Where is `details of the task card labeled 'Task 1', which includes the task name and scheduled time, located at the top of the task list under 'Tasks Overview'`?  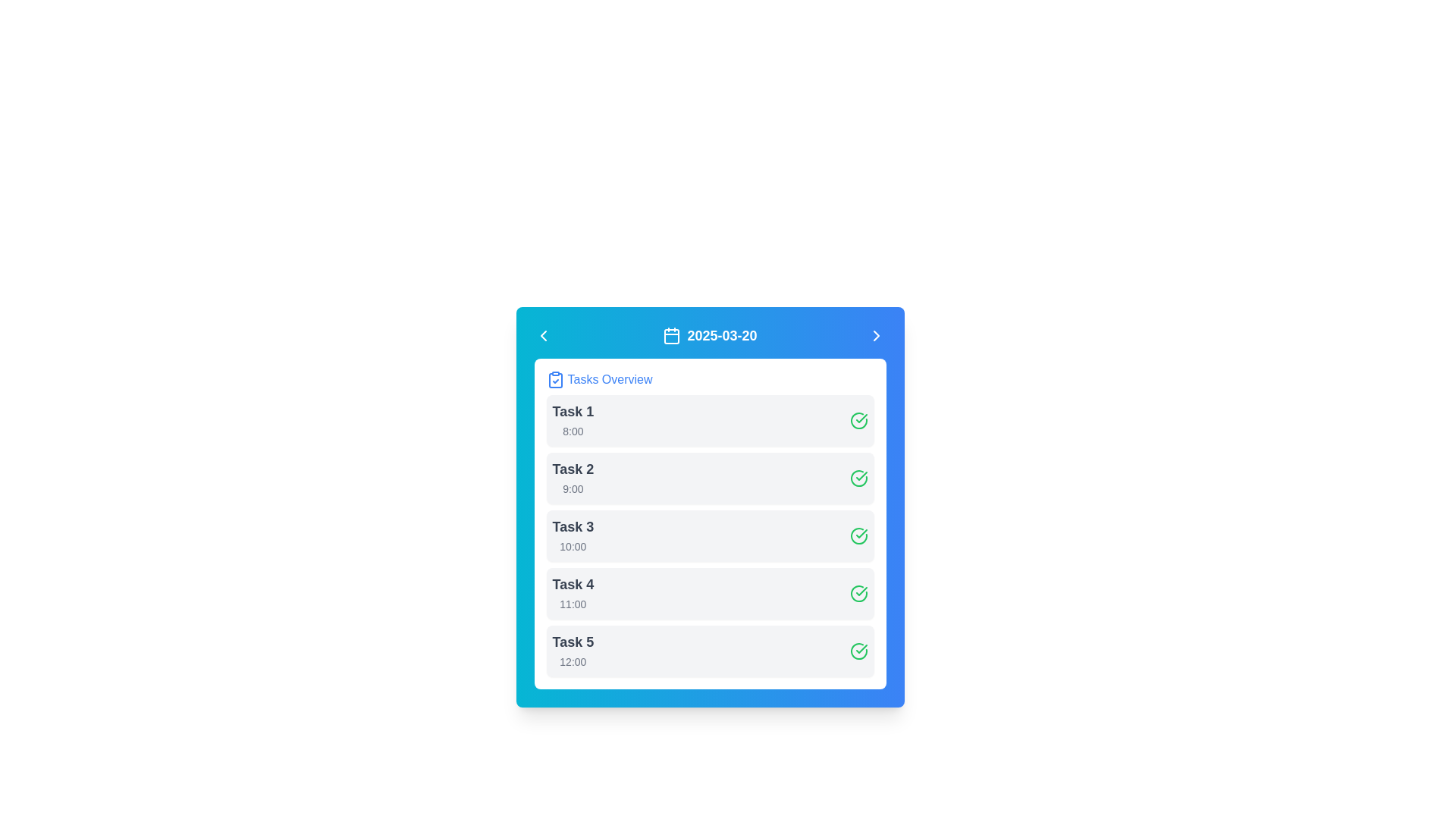
details of the task card labeled 'Task 1', which includes the task name and scheduled time, located at the top of the task list under 'Tasks Overview' is located at coordinates (709, 421).